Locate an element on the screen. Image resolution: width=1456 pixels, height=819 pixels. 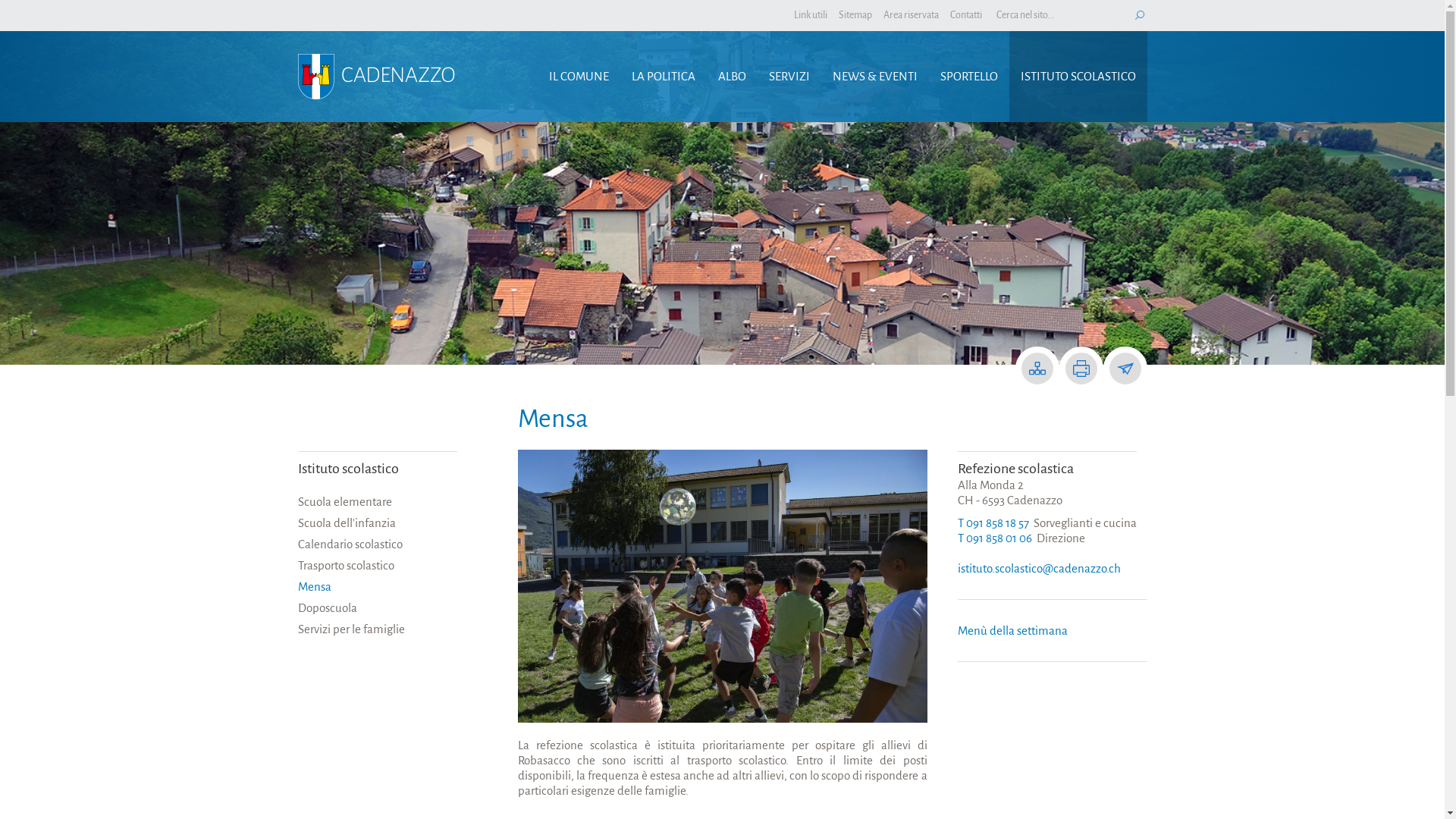
'Sitemap' is located at coordinates (855, 15).